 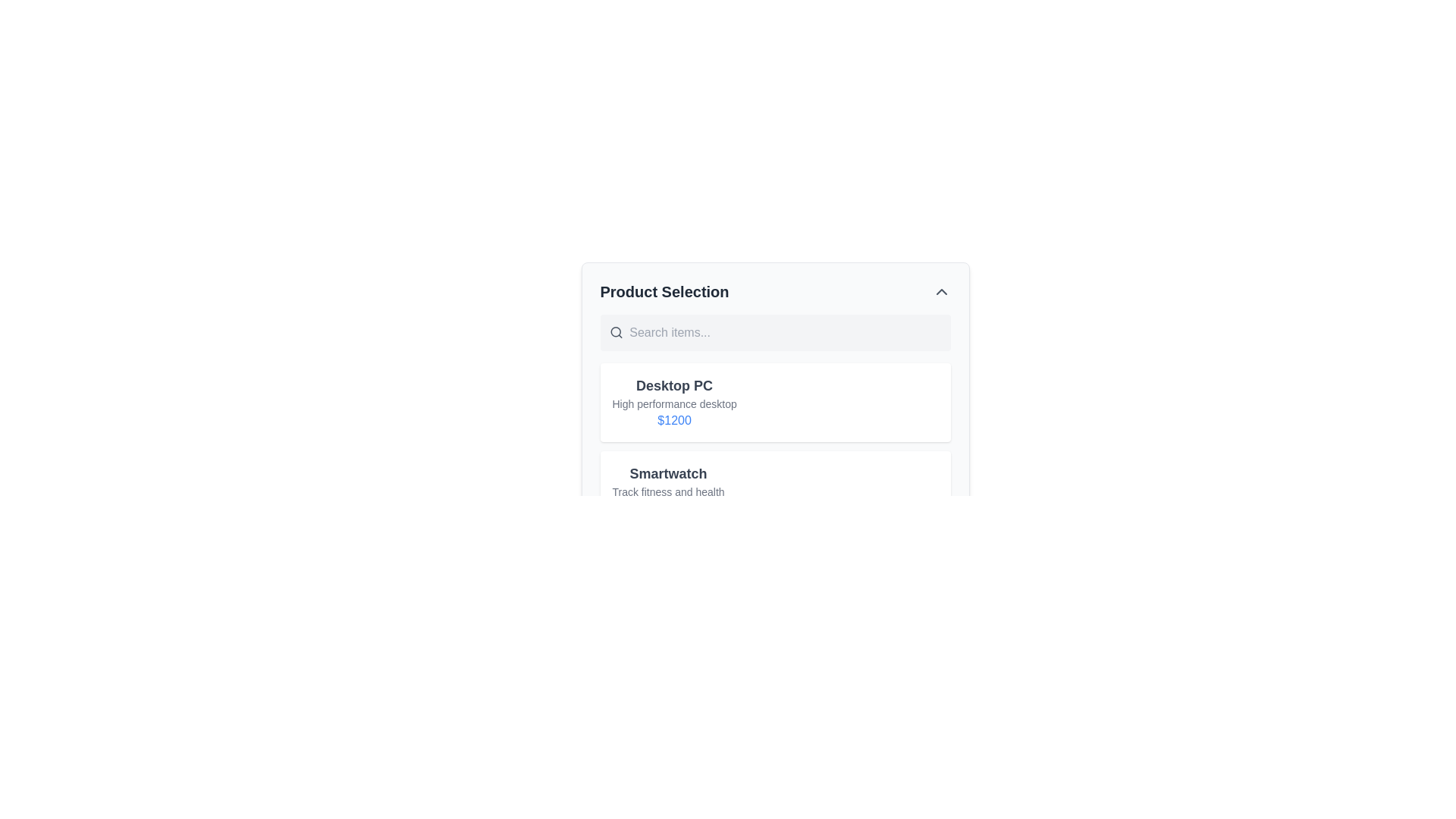 What do you see at coordinates (667, 491) in the screenshot?
I see `the second product listing card` at bounding box center [667, 491].